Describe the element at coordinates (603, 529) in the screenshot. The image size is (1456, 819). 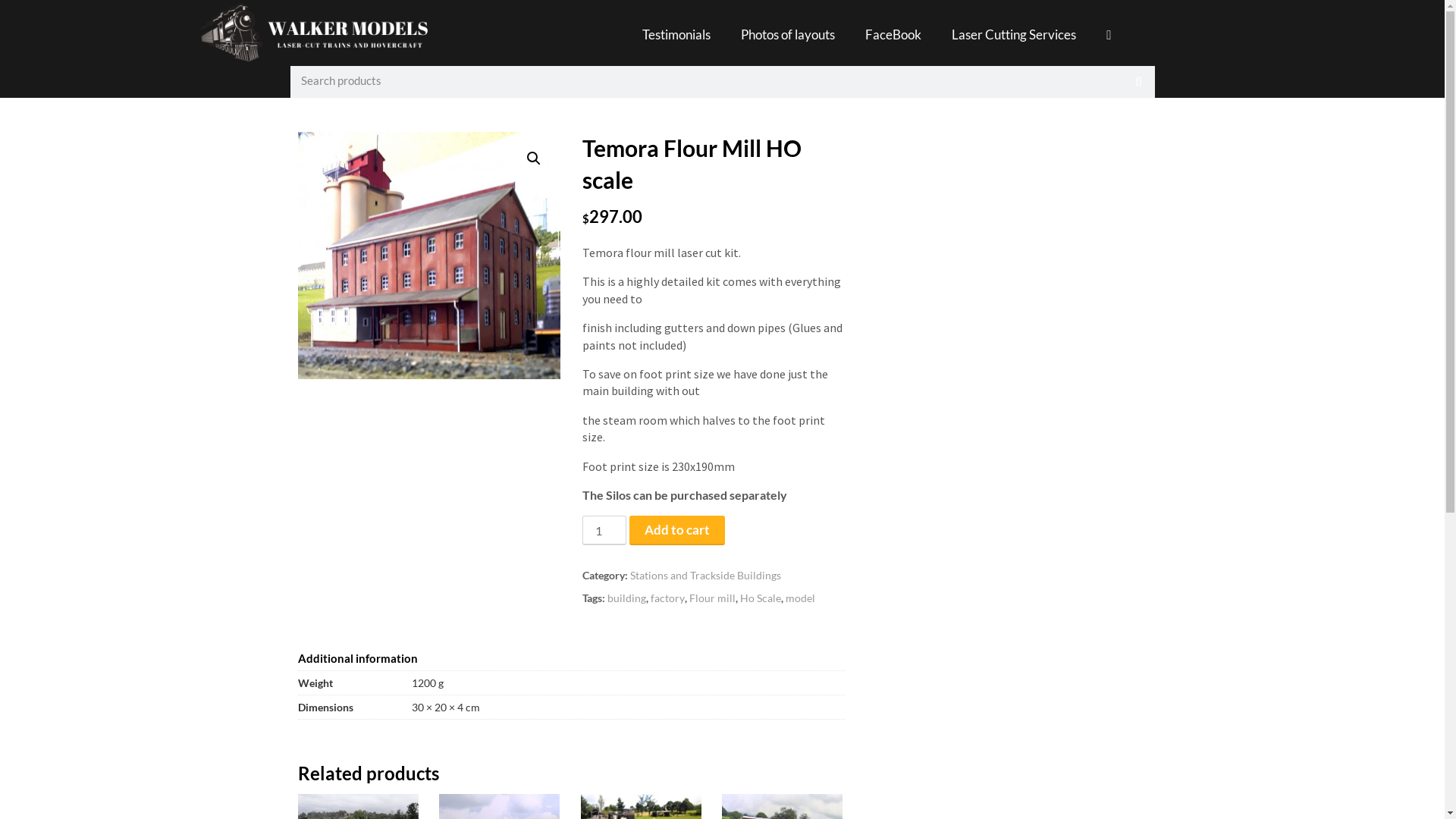
I see `'Qty'` at that location.